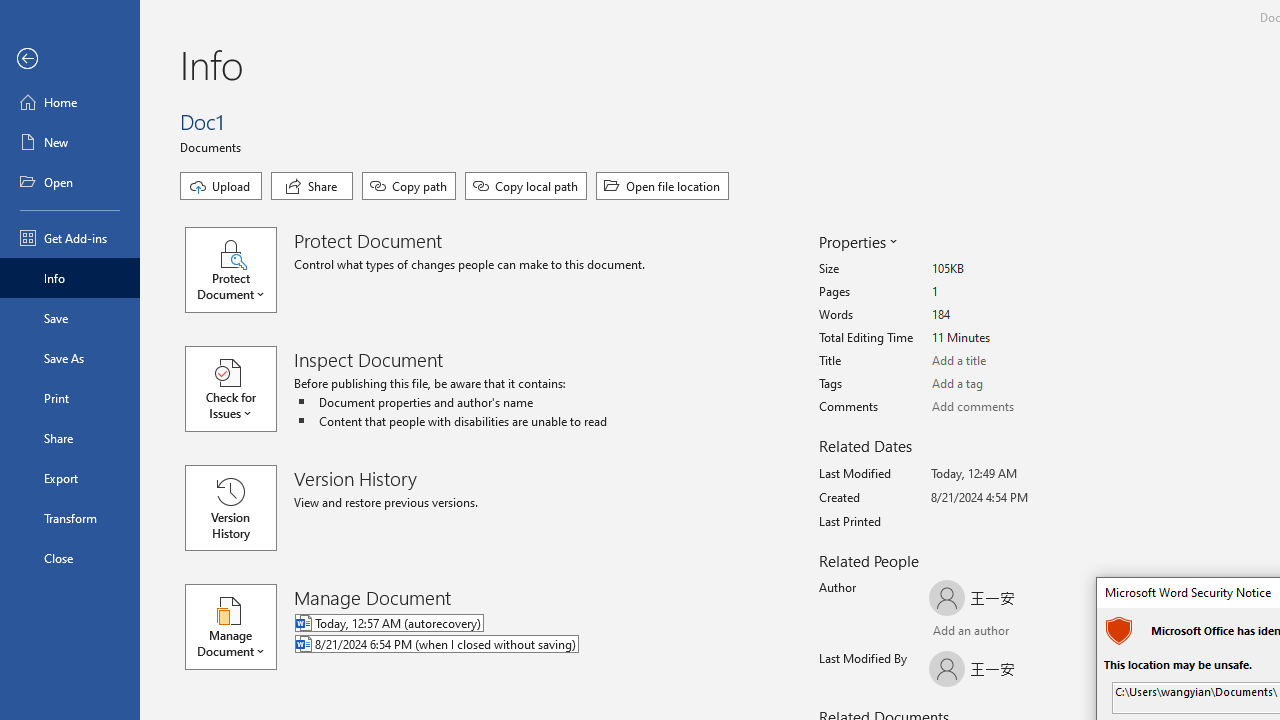 The height and width of the screenshot is (720, 1280). What do you see at coordinates (240, 270) in the screenshot?
I see `'Protect Document'` at bounding box center [240, 270].